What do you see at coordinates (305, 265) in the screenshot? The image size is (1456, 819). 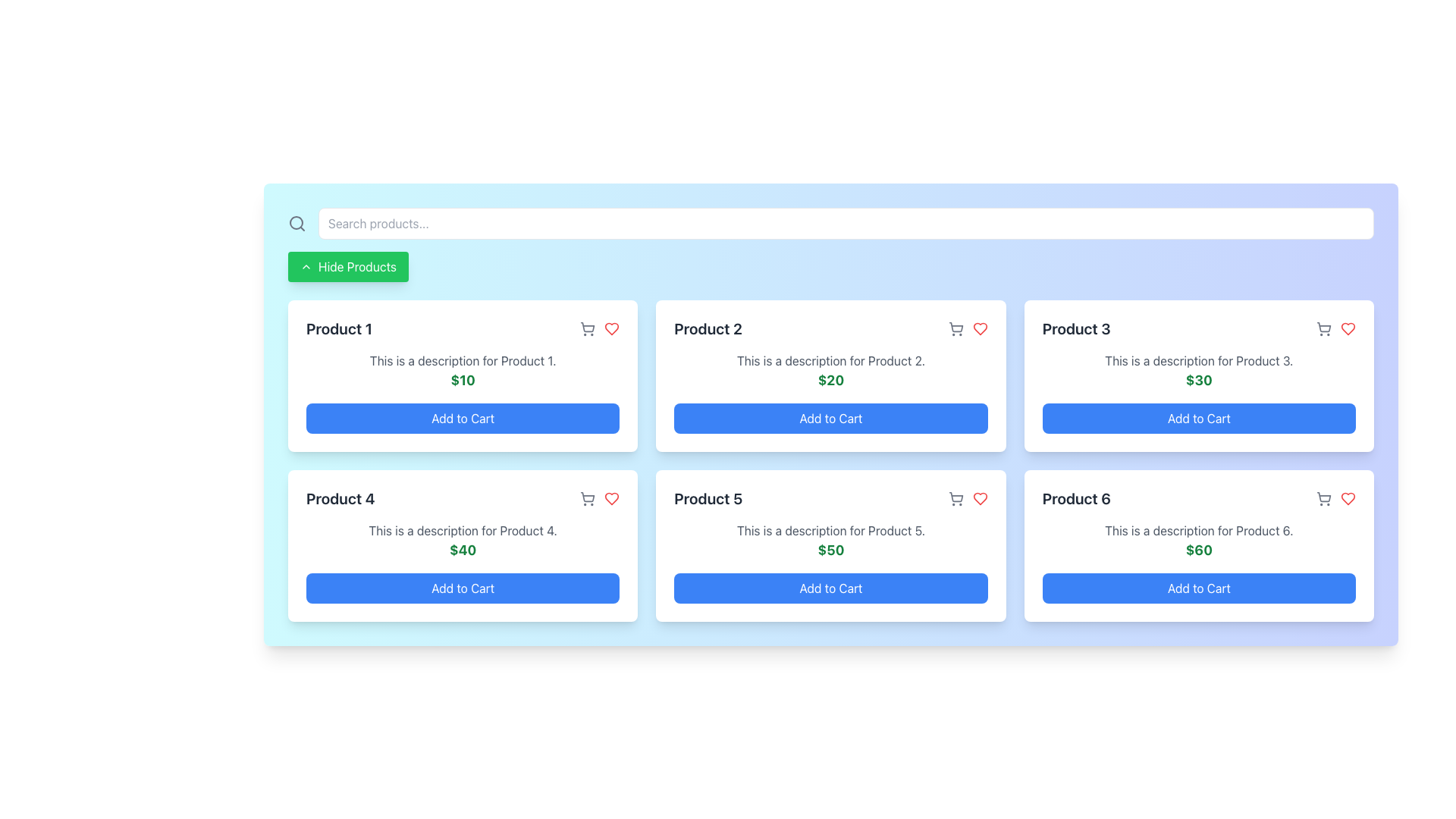 I see `the 'Hide Products' button that contains the icon representing the action of hiding products, located in the top-left corner of the interface` at bounding box center [305, 265].